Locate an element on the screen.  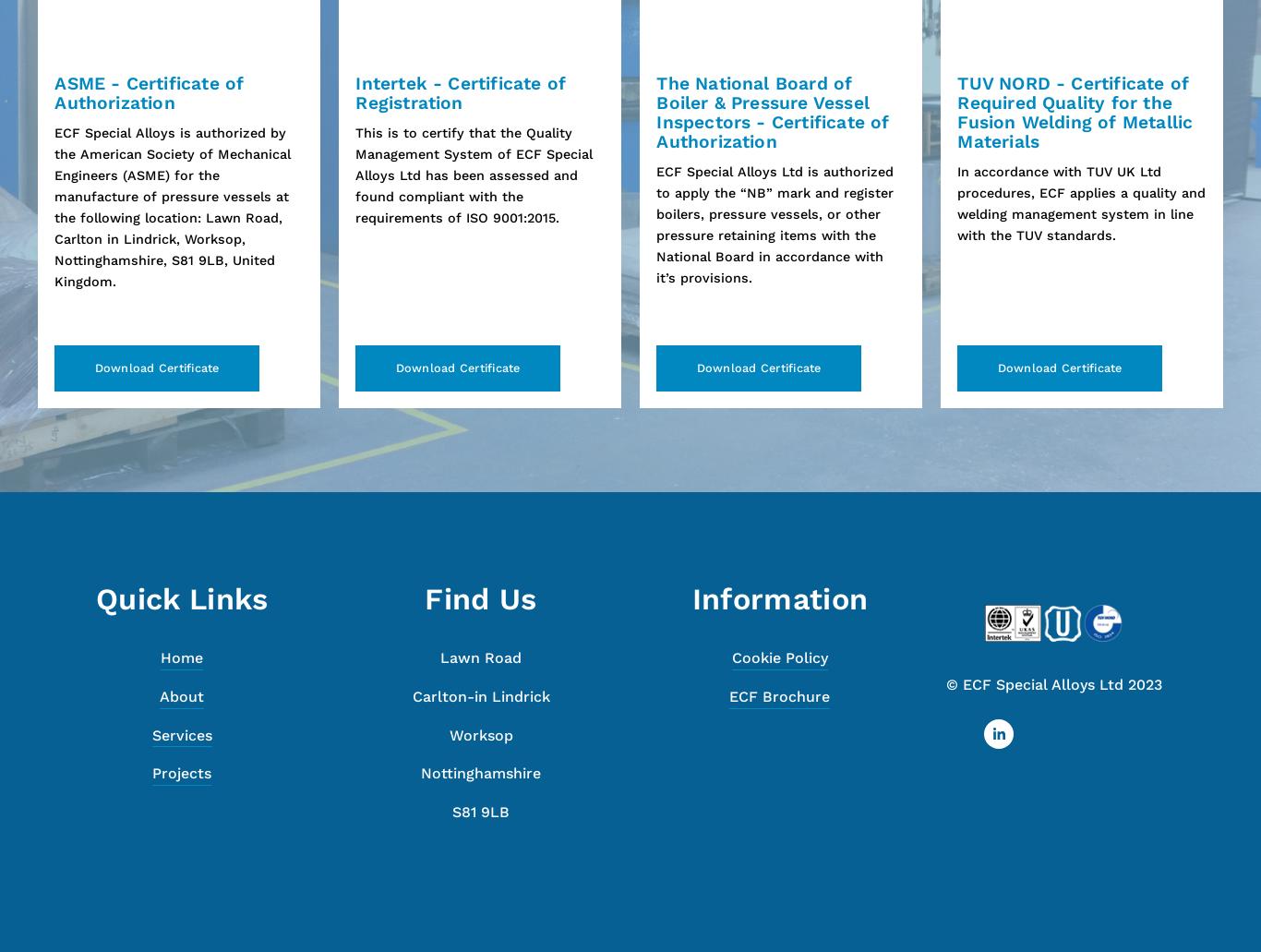
'Worksop' is located at coordinates (480, 733).